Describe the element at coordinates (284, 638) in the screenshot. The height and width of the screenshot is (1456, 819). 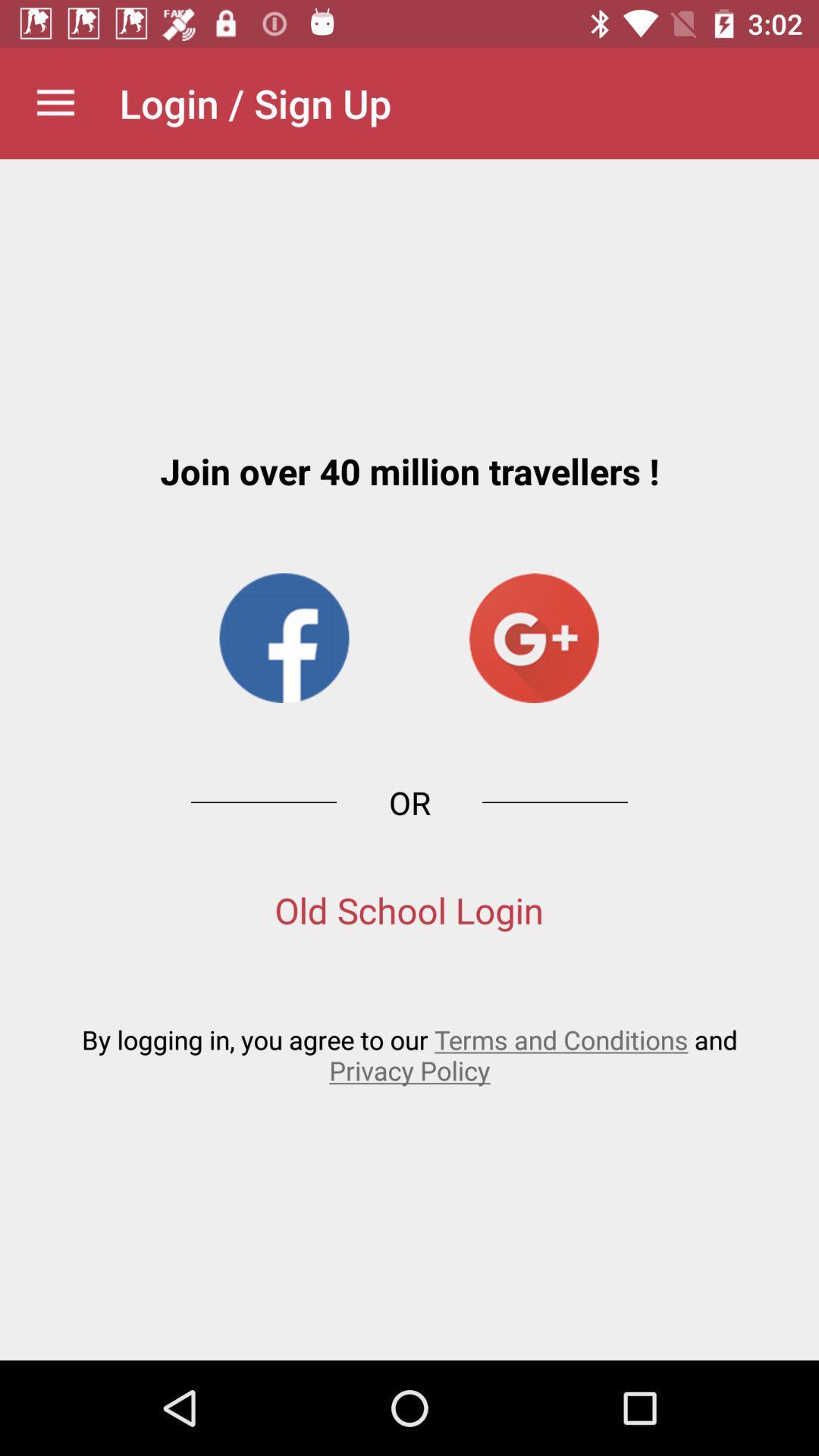
I see `the facebook icon` at that location.